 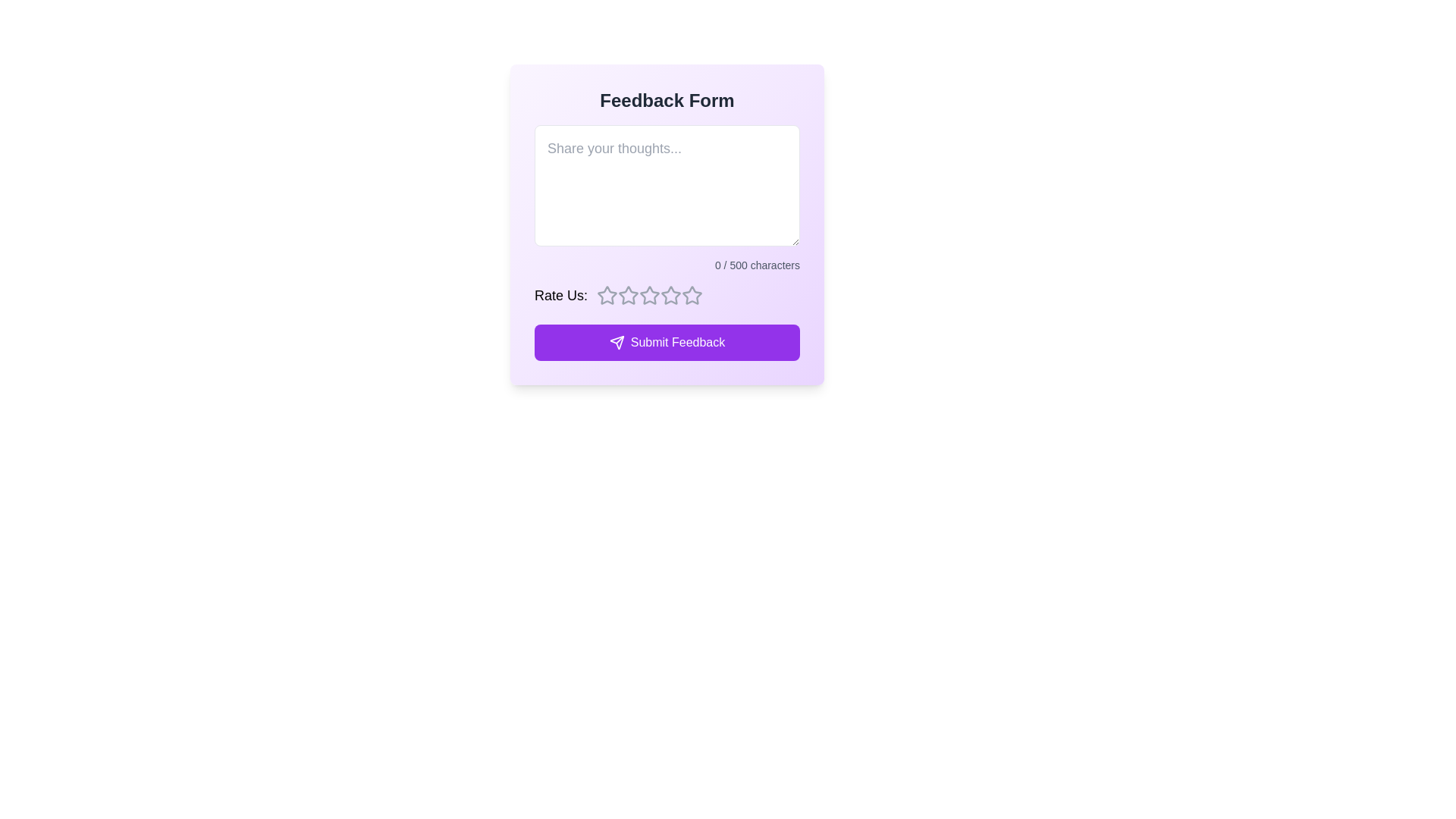 I want to click on the fourth star-shaped rating icon with a gray outline, so click(x=650, y=295).